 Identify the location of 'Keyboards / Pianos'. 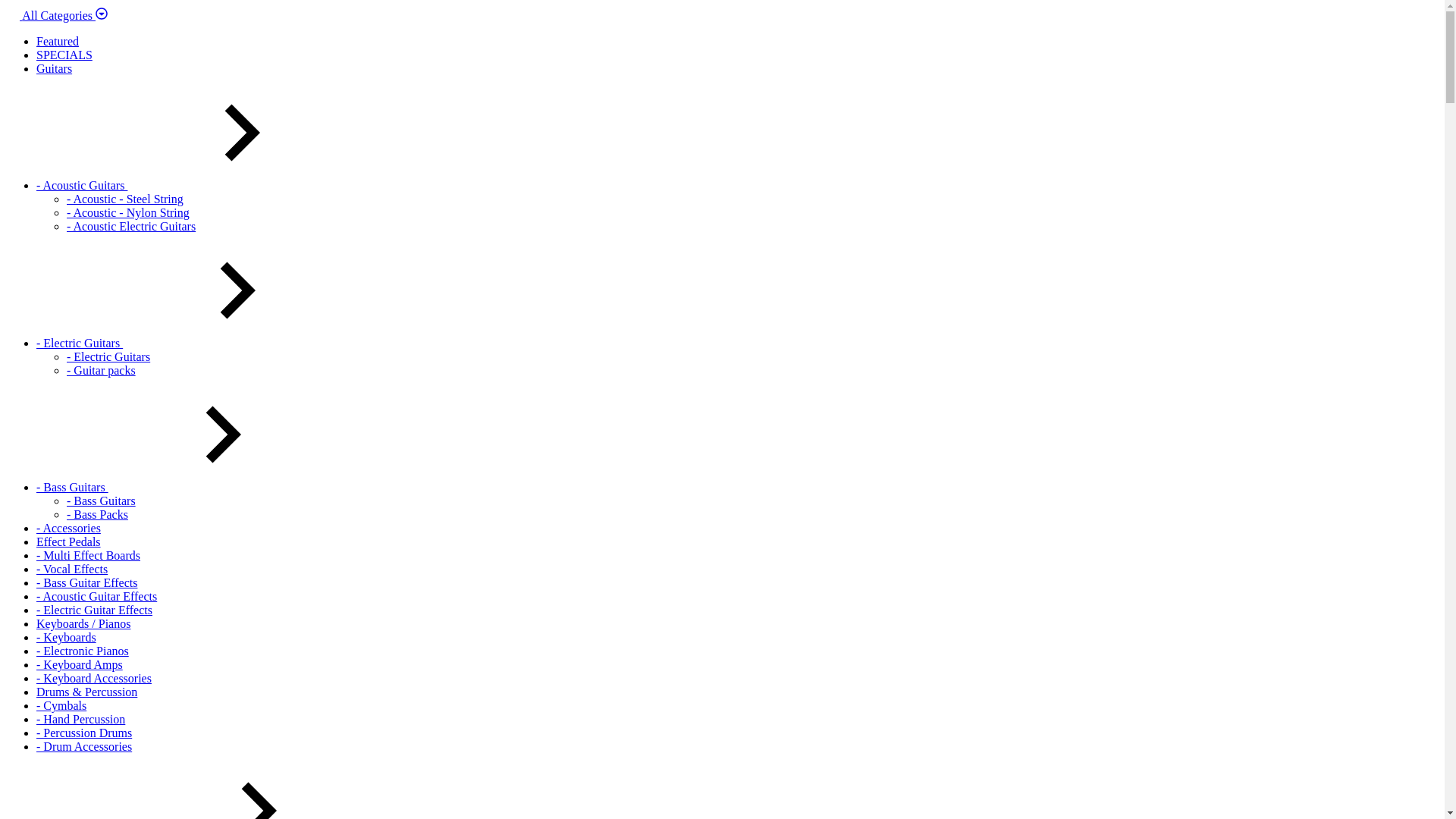
(36, 623).